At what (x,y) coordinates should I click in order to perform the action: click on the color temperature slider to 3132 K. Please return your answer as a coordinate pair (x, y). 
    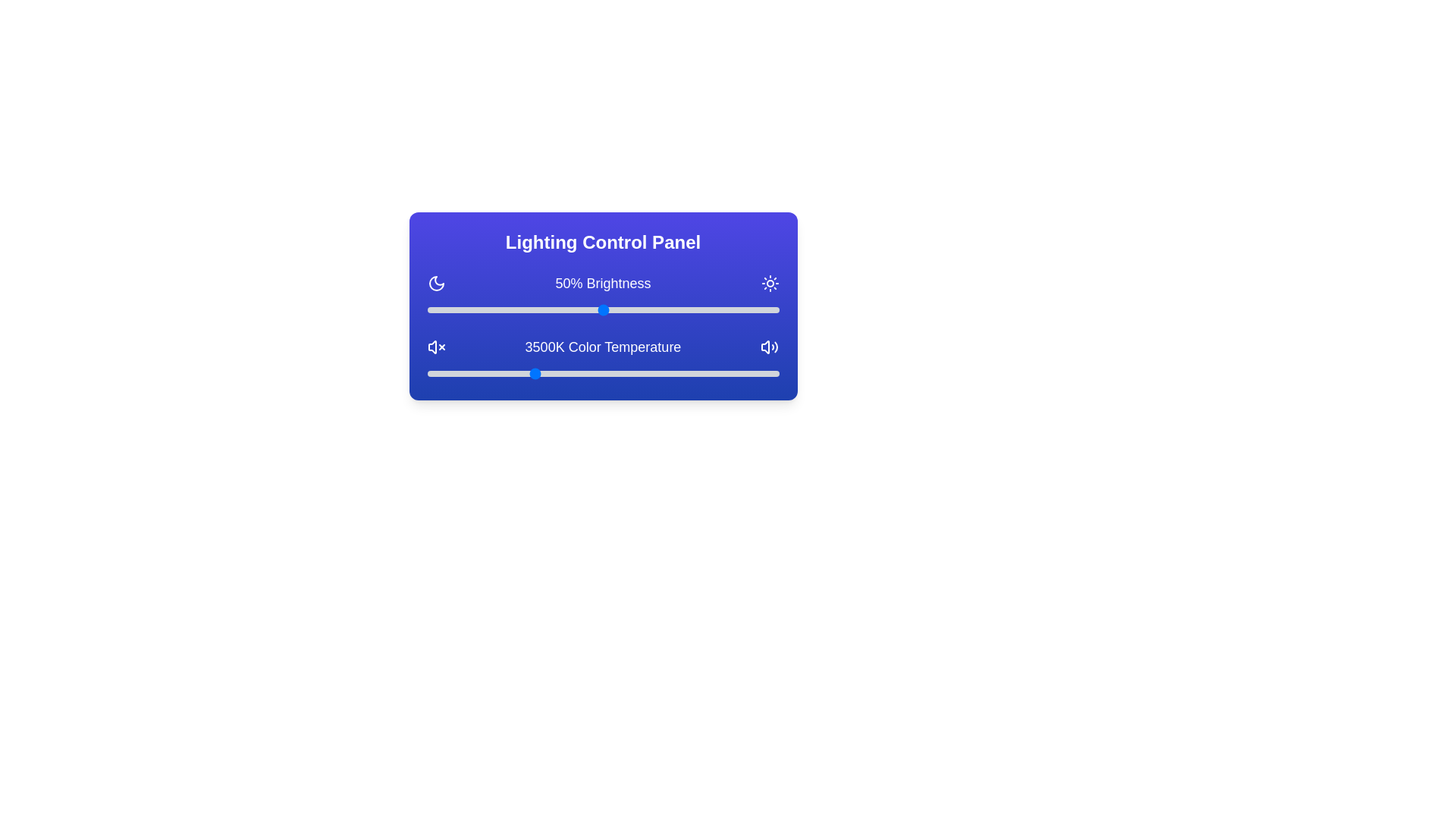
    Looking at the image, I should click on (507, 374).